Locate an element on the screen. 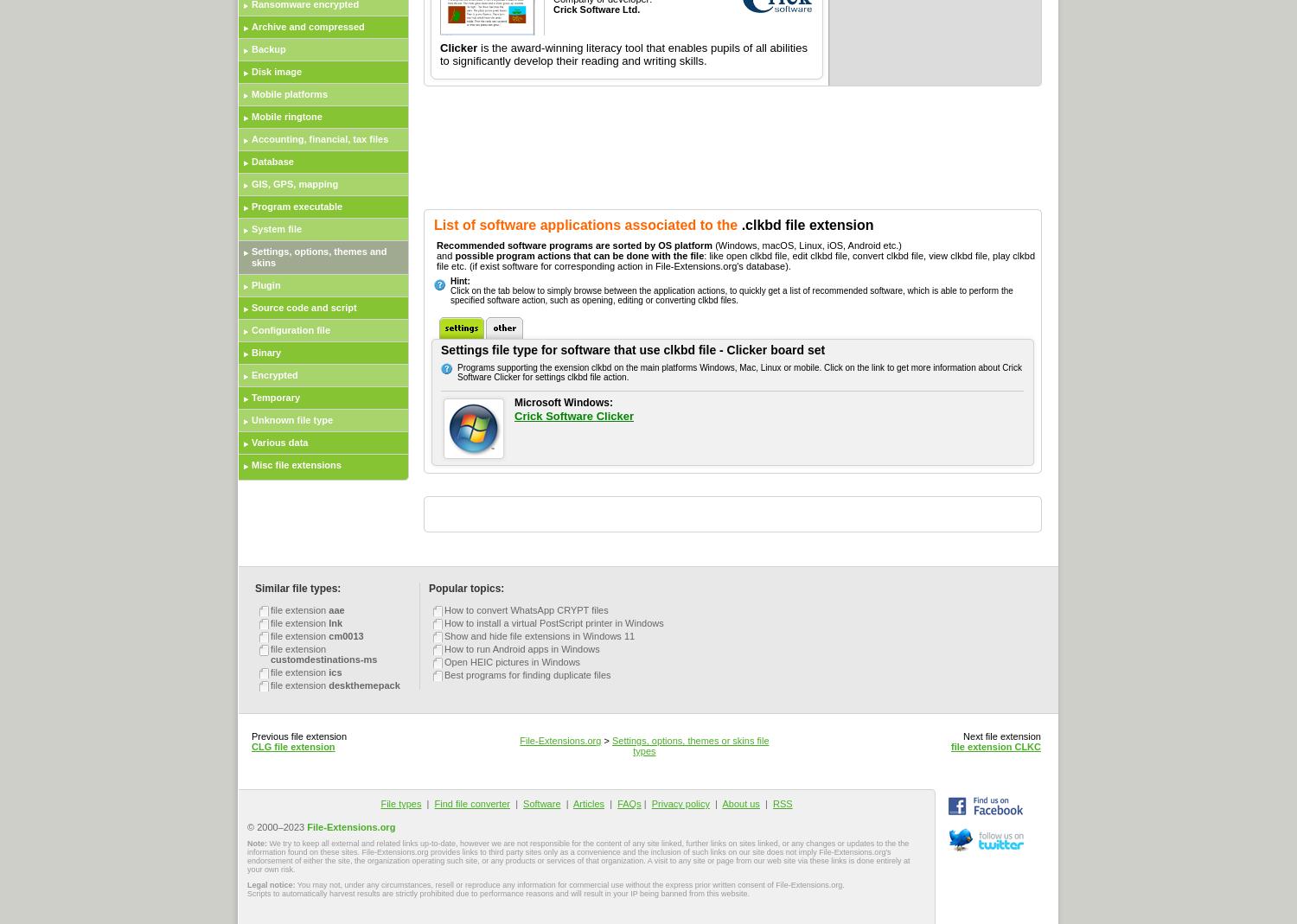  'Hint:' is located at coordinates (450, 280).